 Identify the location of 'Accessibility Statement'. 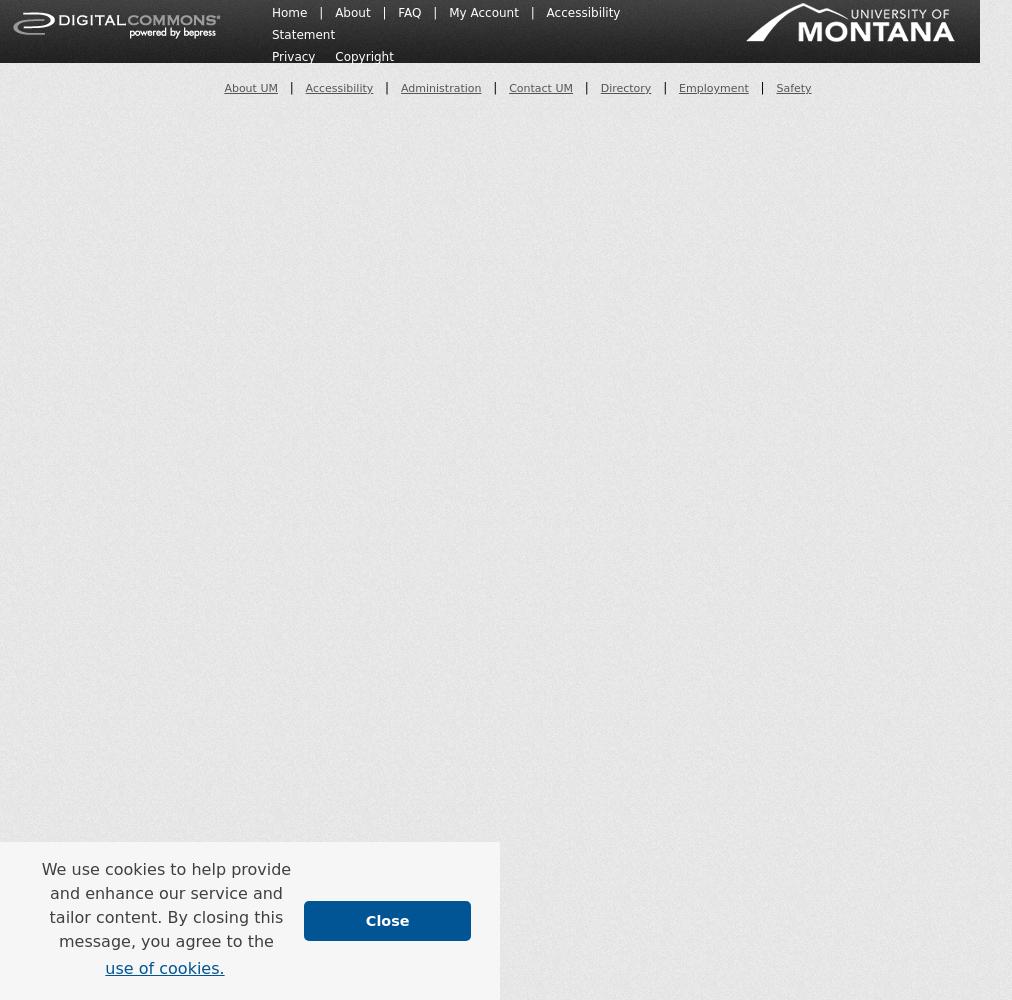
(271, 23).